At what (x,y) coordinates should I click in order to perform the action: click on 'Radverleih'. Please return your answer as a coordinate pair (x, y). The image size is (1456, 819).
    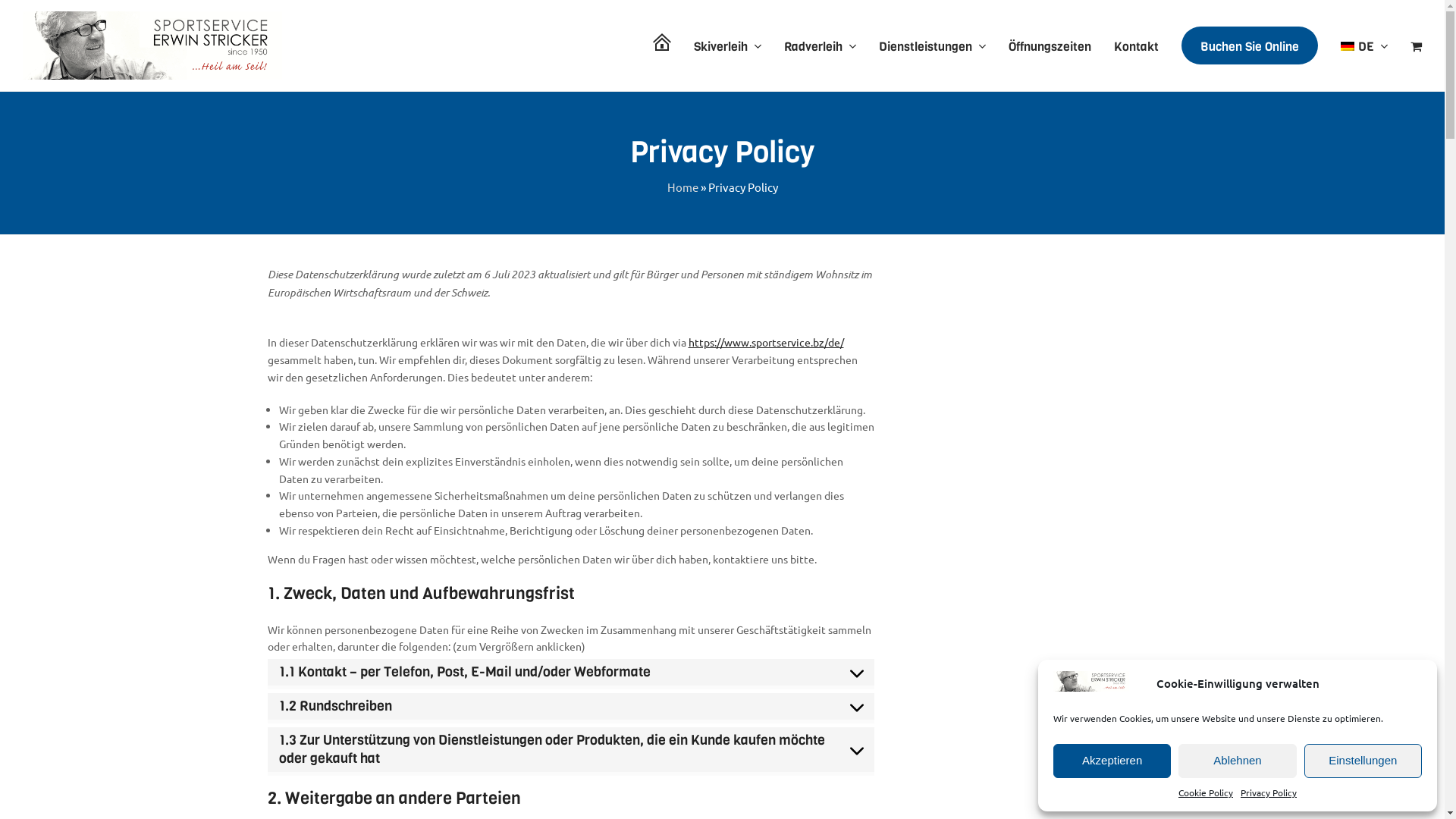
    Looking at the image, I should click on (783, 45).